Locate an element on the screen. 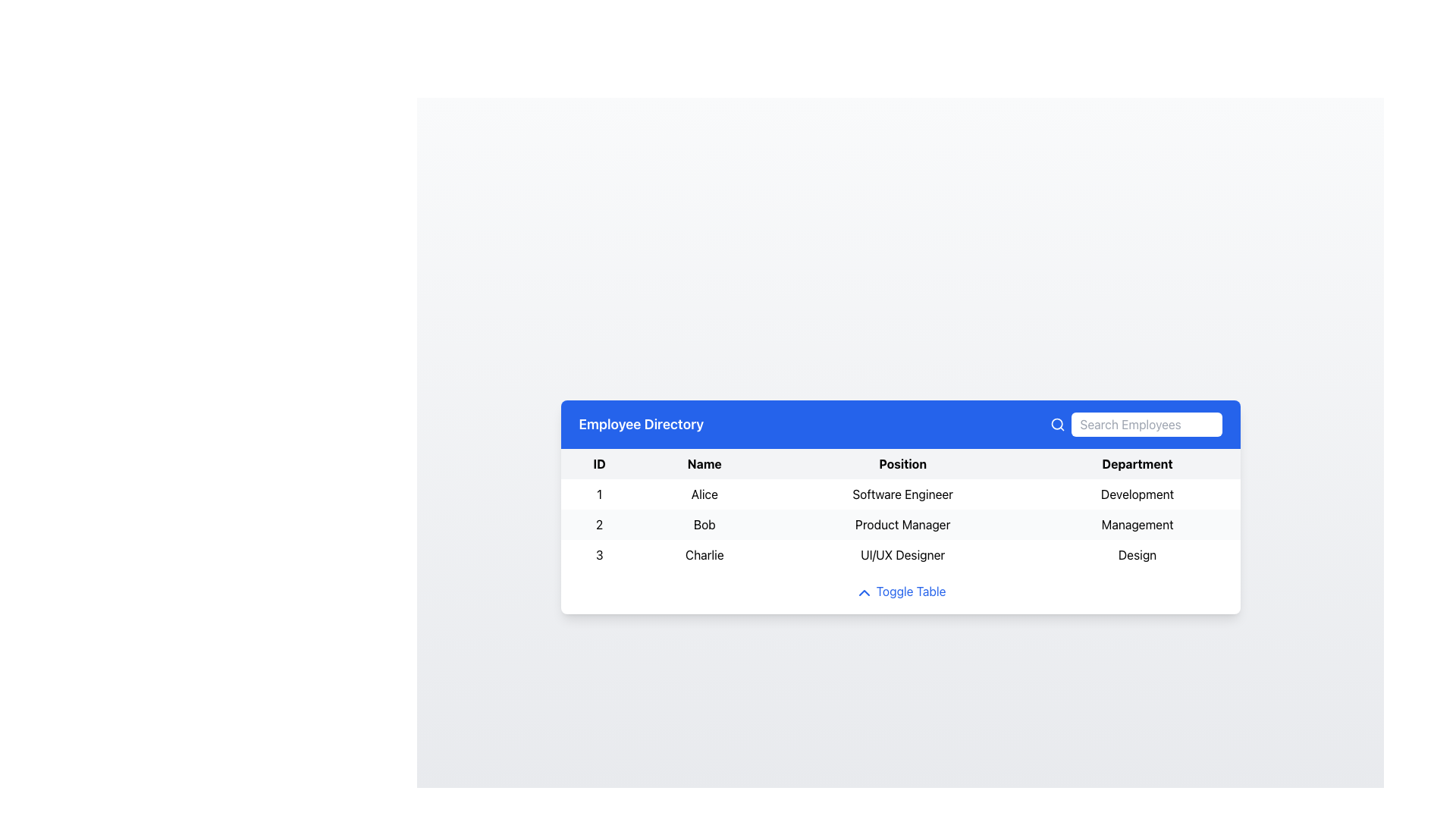 This screenshot has width=1456, height=819. a row in the 'Employee Directory' table is located at coordinates (900, 507).